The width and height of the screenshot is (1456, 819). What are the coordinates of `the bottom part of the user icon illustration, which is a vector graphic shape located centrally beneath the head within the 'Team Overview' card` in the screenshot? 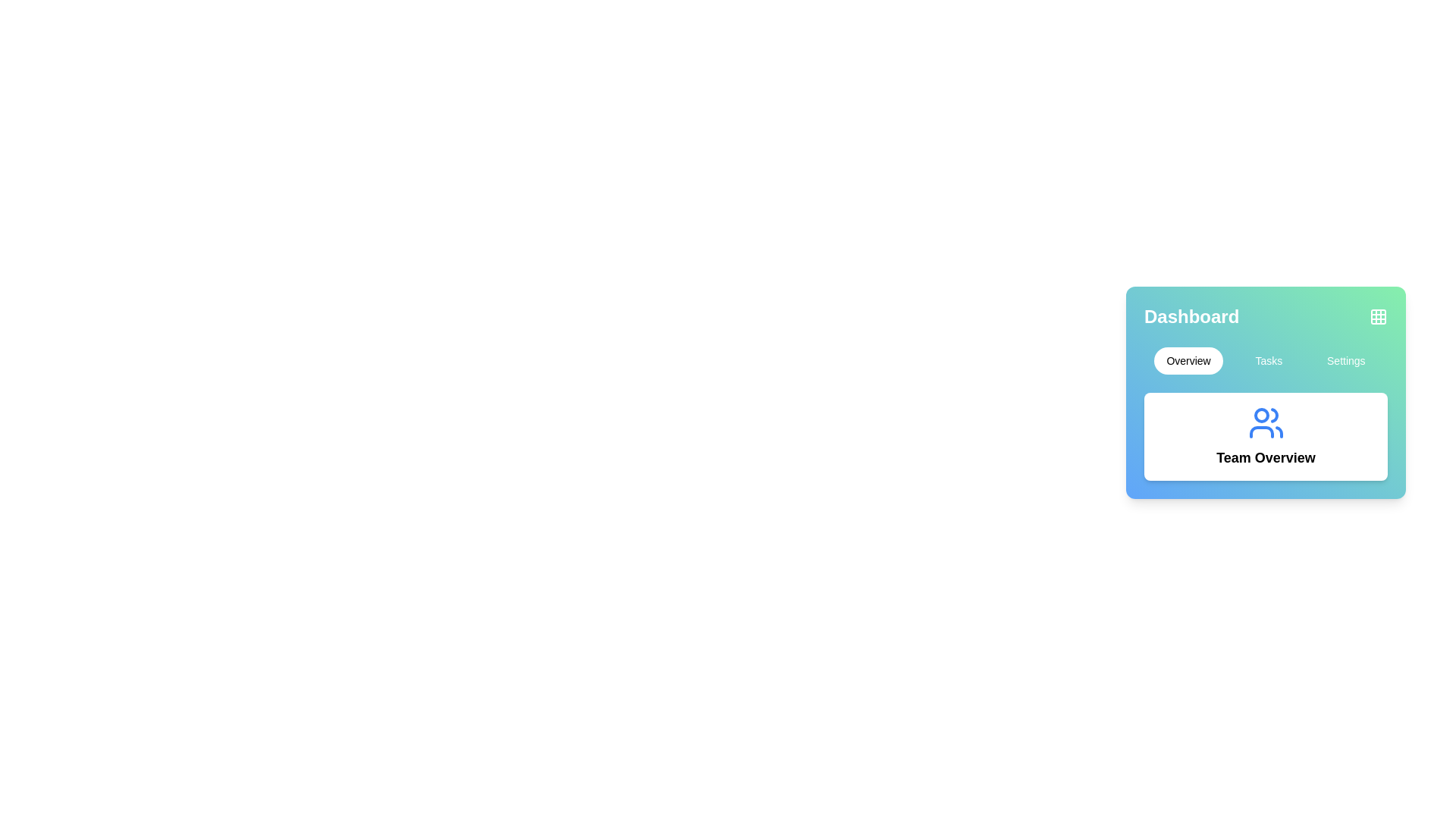 It's located at (1261, 432).